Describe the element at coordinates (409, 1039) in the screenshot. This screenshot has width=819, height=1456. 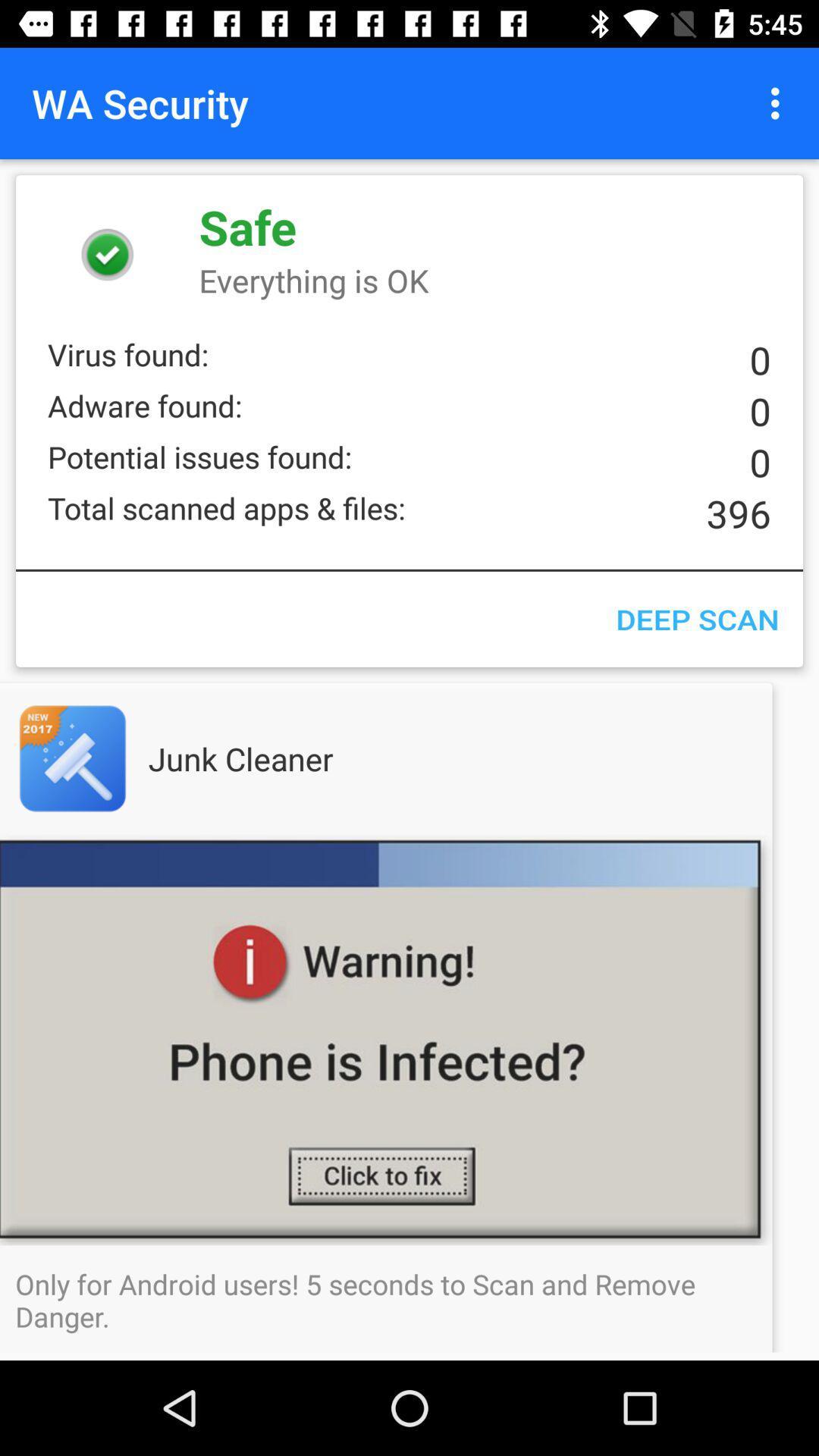
I see `icon above the only for android` at that location.